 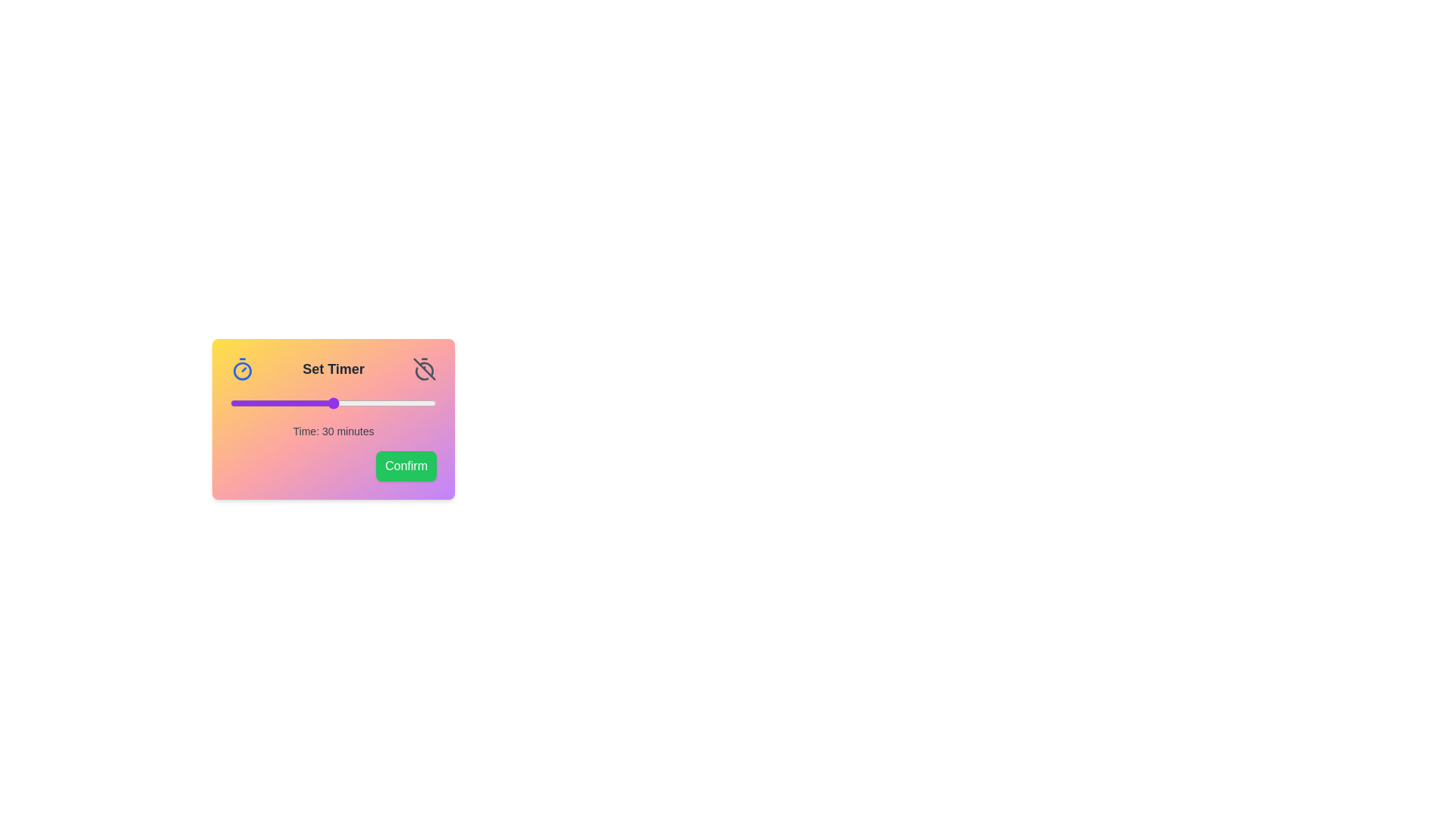 I want to click on the slider to set the timer to 39 minutes, so click(x=364, y=403).